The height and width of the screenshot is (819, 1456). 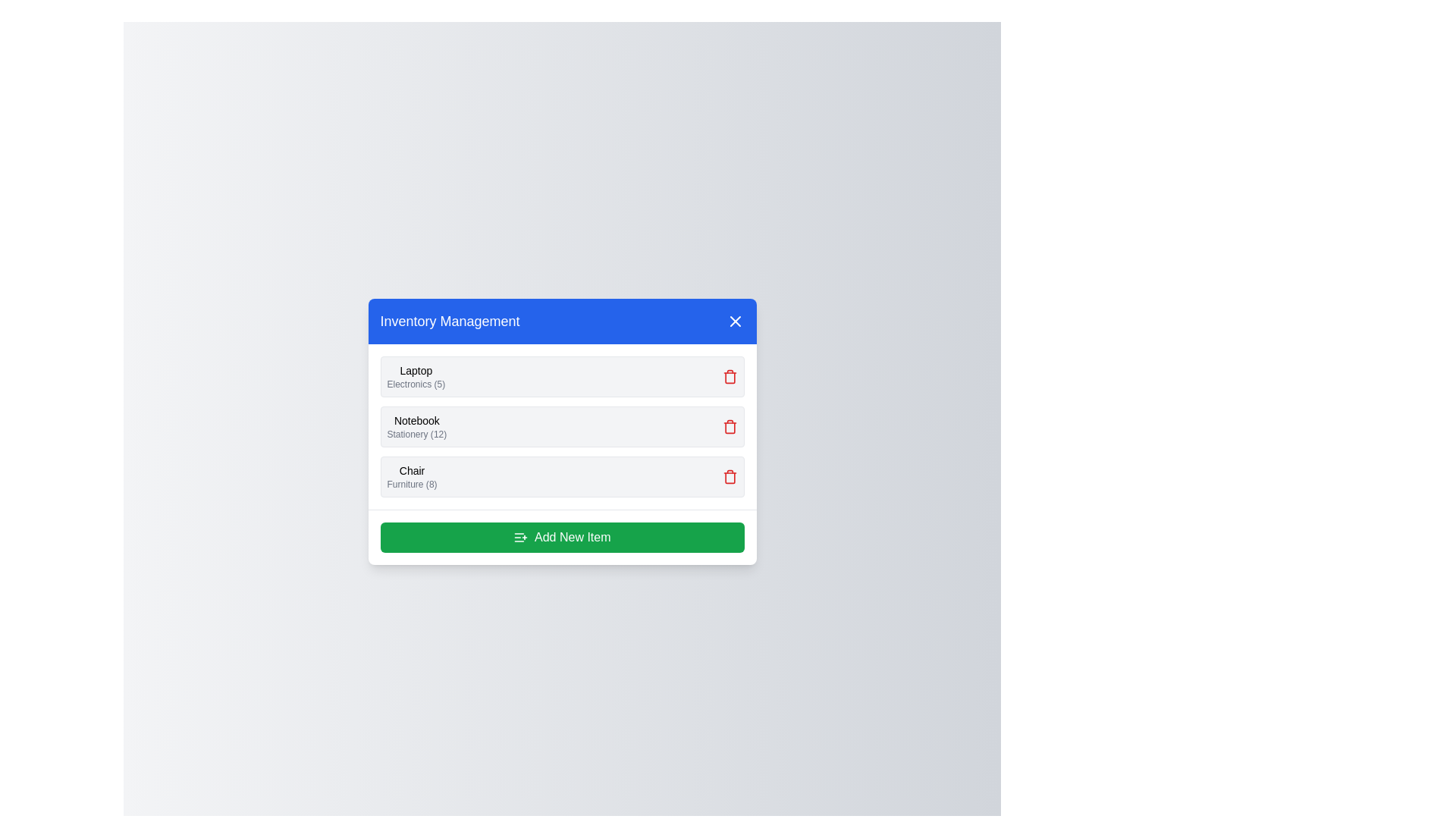 What do you see at coordinates (730, 375) in the screenshot?
I see `delete icon next to the item named Laptop to remove it from the inventory` at bounding box center [730, 375].